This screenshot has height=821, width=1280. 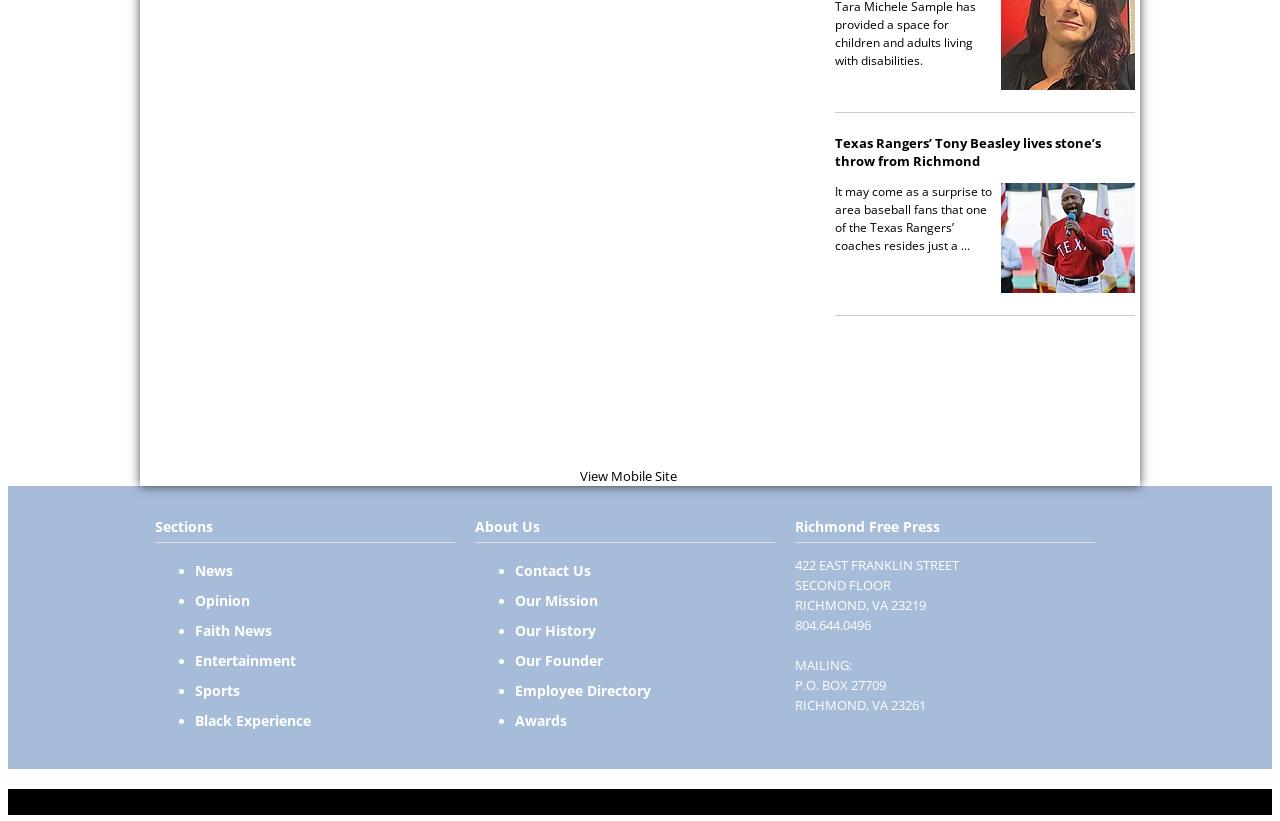 What do you see at coordinates (867, 526) in the screenshot?
I see `'Richmond Free Press'` at bounding box center [867, 526].